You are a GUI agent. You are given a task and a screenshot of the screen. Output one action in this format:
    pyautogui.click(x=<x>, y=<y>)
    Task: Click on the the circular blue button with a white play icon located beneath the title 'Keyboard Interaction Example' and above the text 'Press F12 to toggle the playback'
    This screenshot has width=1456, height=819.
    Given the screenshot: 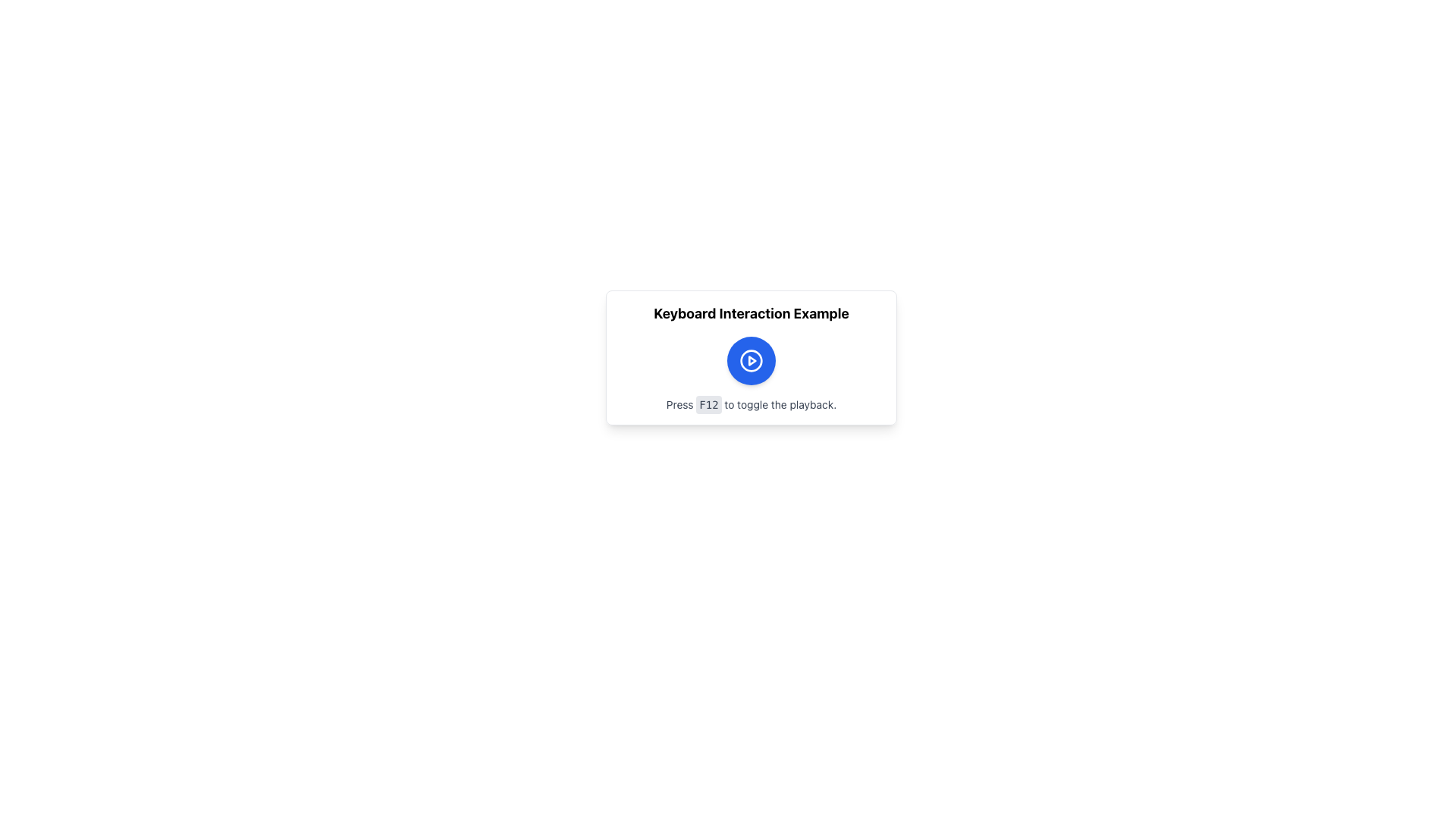 What is the action you would take?
    pyautogui.click(x=751, y=360)
    